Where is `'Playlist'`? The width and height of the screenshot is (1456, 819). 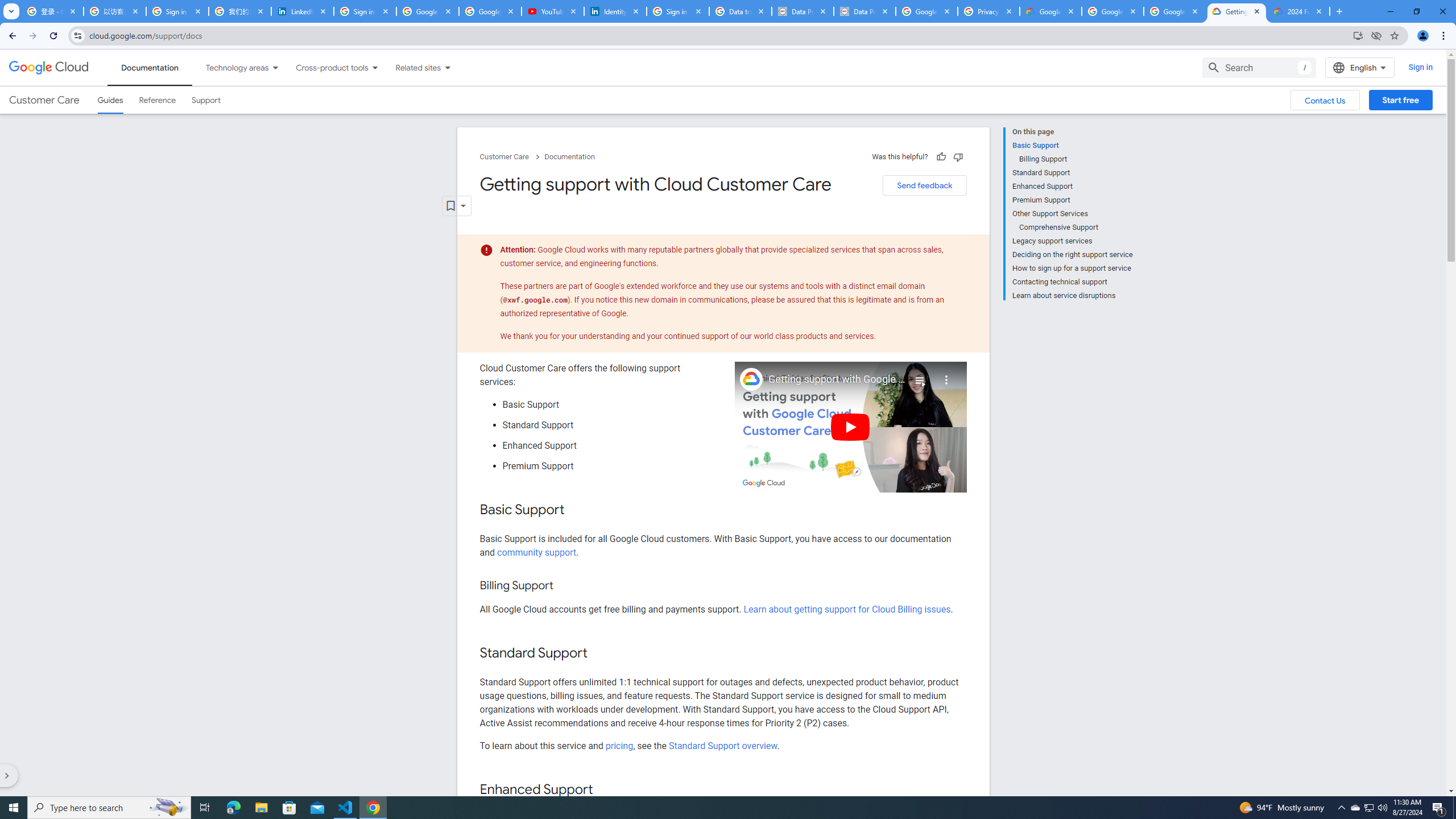 'Playlist' is located at coordinates (919, 375).